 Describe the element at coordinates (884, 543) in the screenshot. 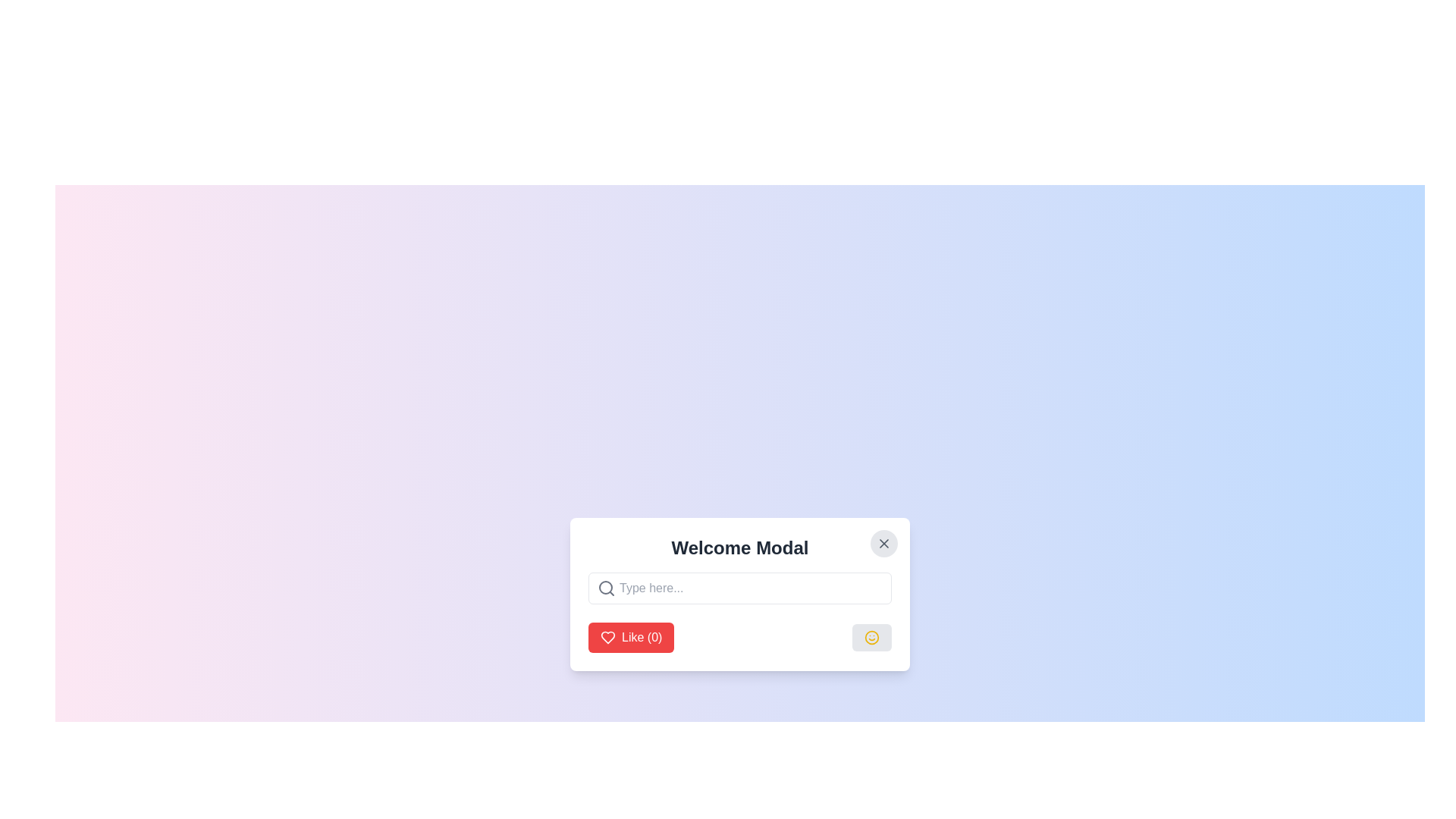

I see `the close button located at the top-right corner of the 'Welcome Modal'` at that location.